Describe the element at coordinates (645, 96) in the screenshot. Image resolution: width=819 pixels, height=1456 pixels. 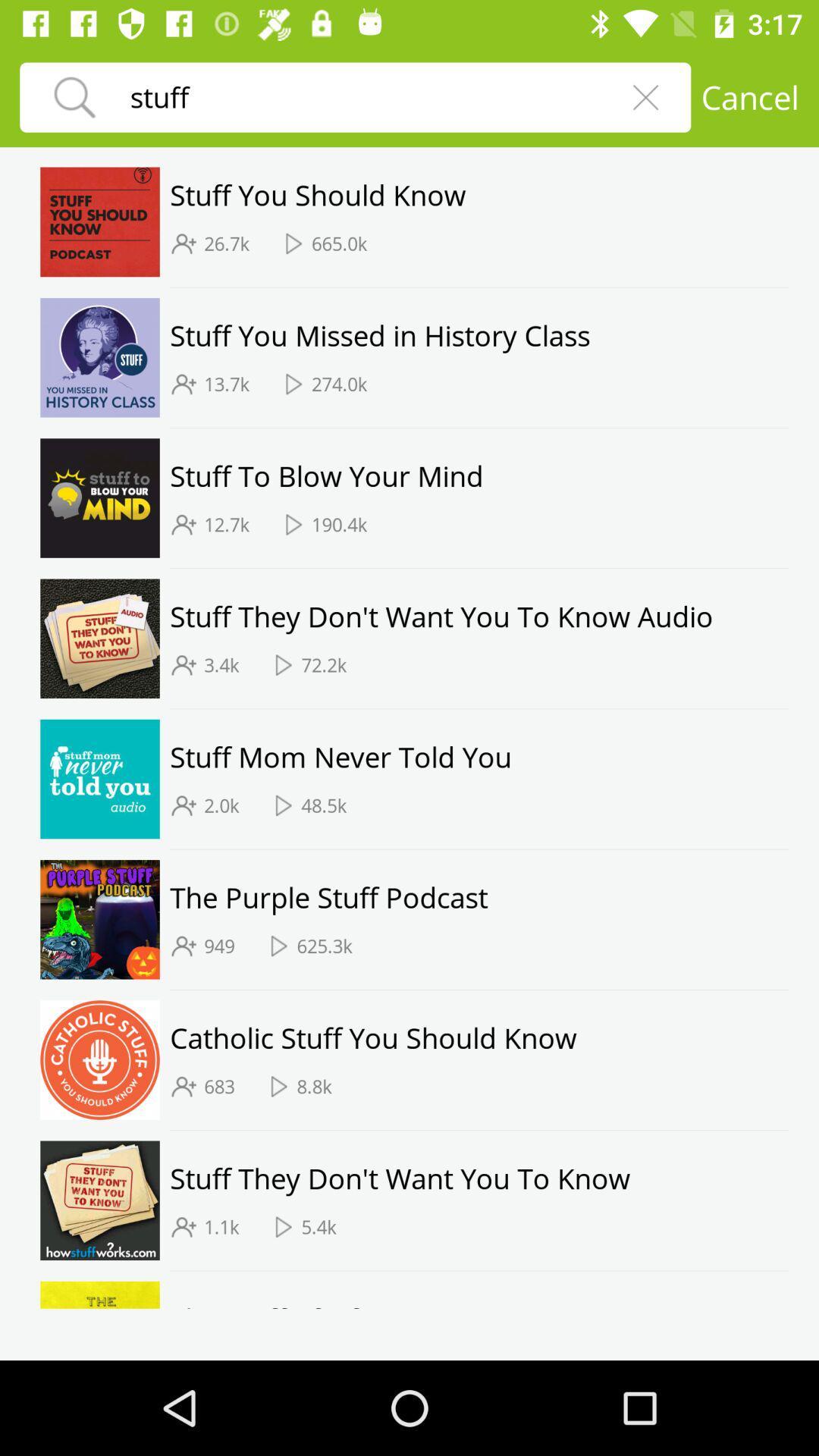
I see `the close icon` at that location.